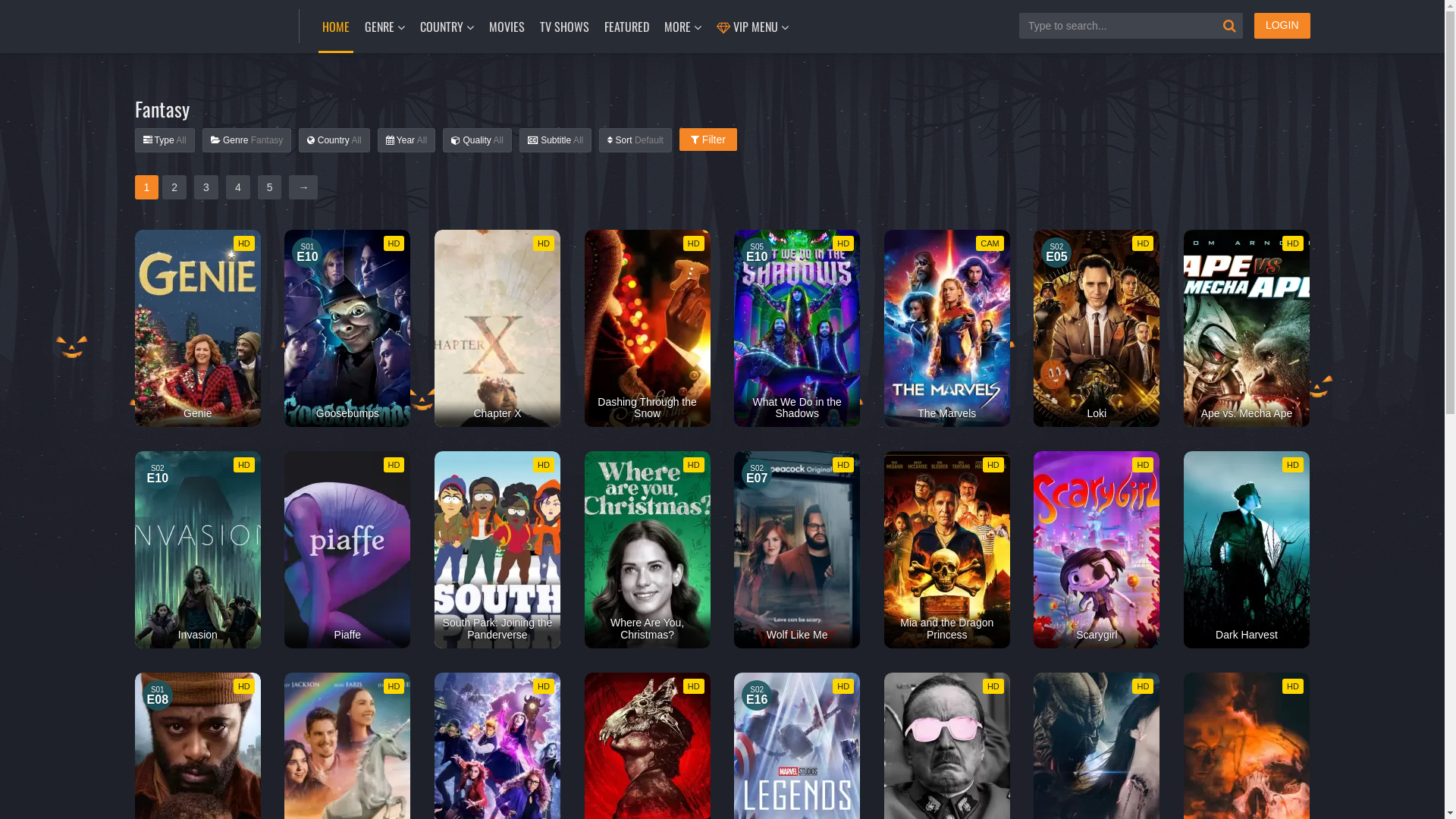 The width and height of the screenshot is (1456, 819). I want to click on 'Ape vs. Mecha Ape, so click(1246, 327).